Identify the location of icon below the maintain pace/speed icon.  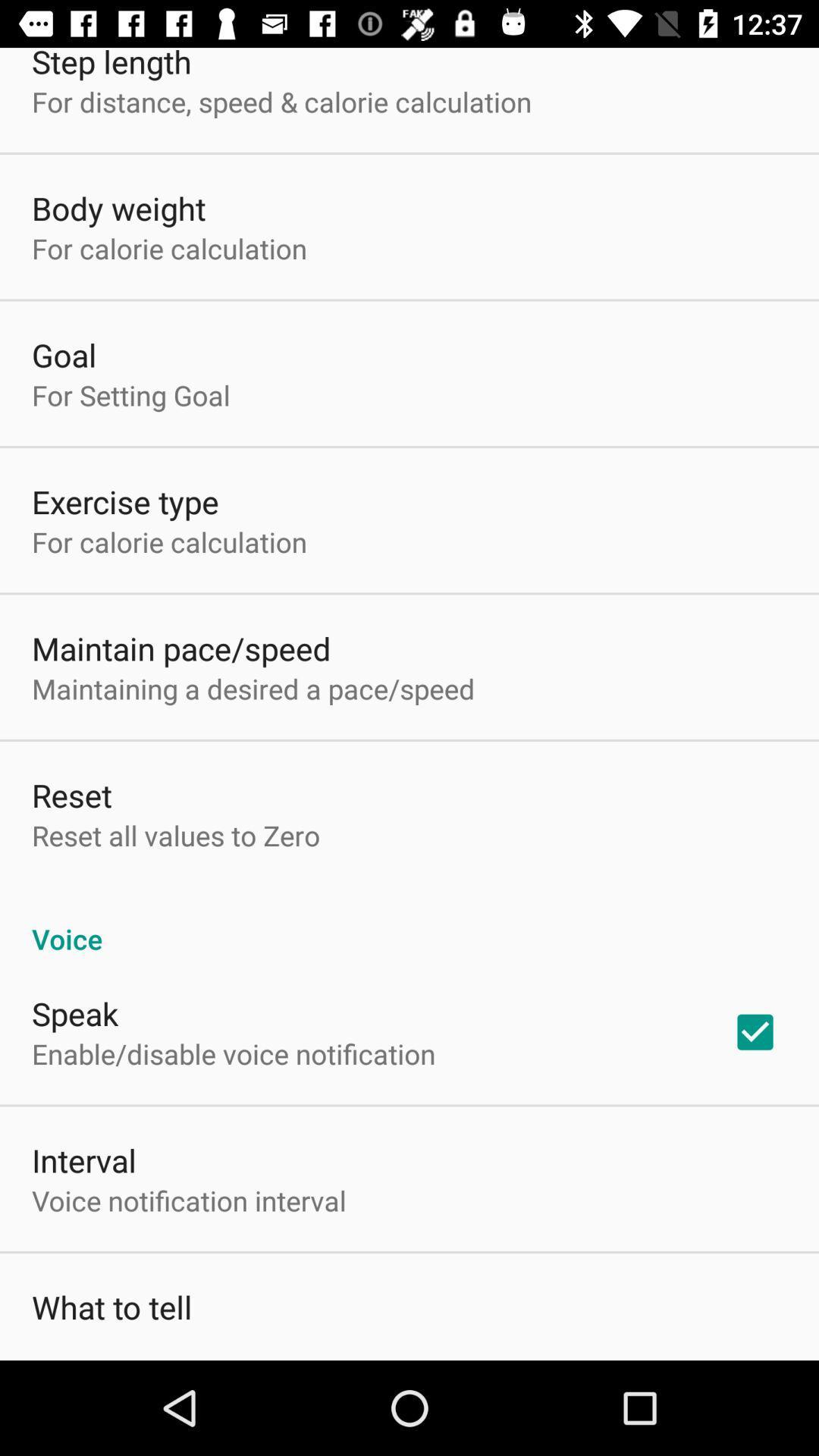
(253, 688).